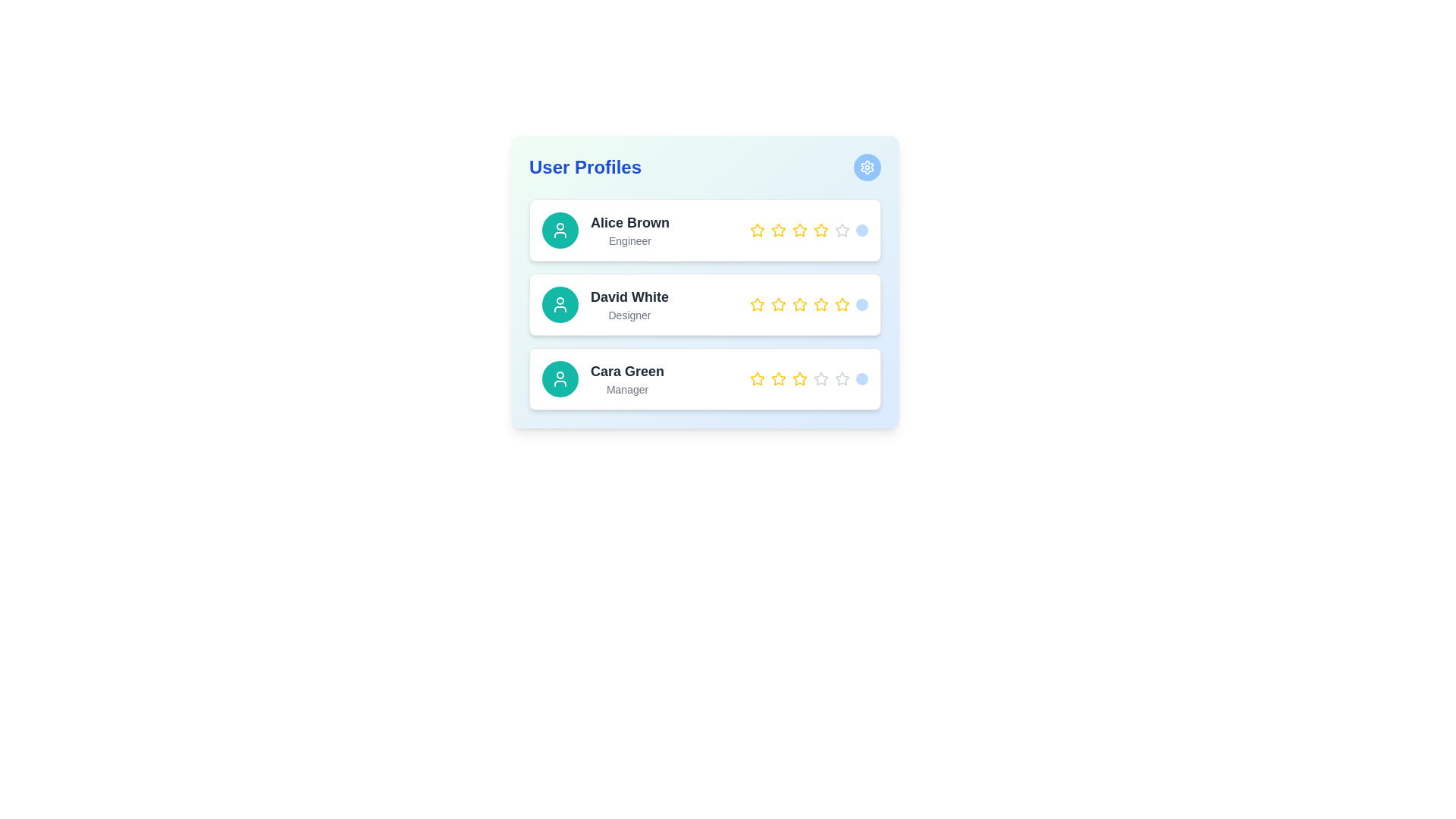 The height and width of the screenshot is (819, 1456). I want to click on the text display element that shows user details for 'Cara Green - Manager' in the third user profile card of the list, so click(627, 378).